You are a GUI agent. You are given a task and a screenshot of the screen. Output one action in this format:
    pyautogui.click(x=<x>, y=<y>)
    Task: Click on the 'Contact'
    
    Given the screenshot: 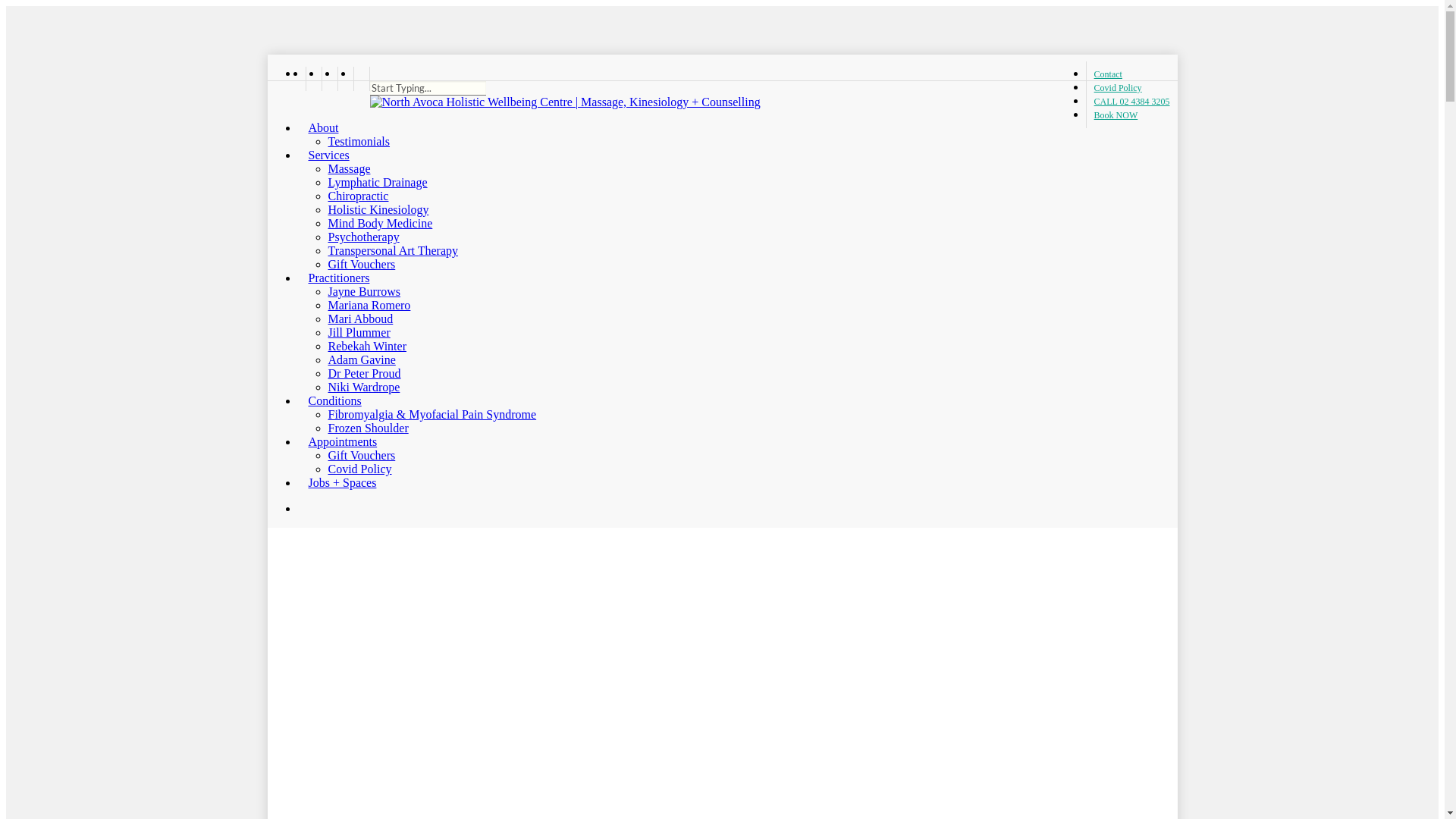 What is the action you would take?
    pyautogui.click(x=1107, y=74)
    